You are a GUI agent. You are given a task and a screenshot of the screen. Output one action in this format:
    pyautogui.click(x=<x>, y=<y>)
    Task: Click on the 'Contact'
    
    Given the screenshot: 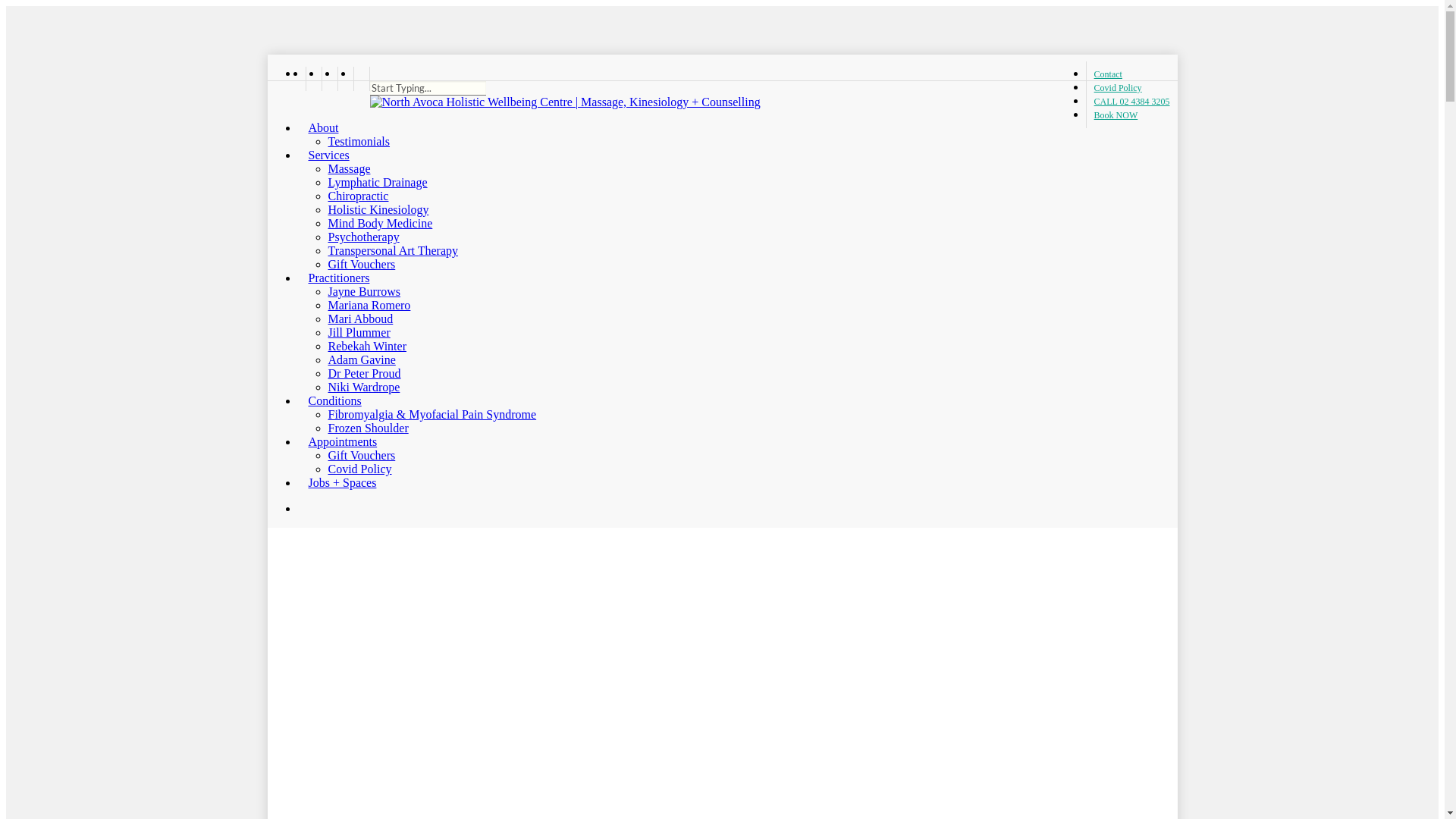 What is the action you would take?
    pyautogui.click(x=1107, y=74)
    